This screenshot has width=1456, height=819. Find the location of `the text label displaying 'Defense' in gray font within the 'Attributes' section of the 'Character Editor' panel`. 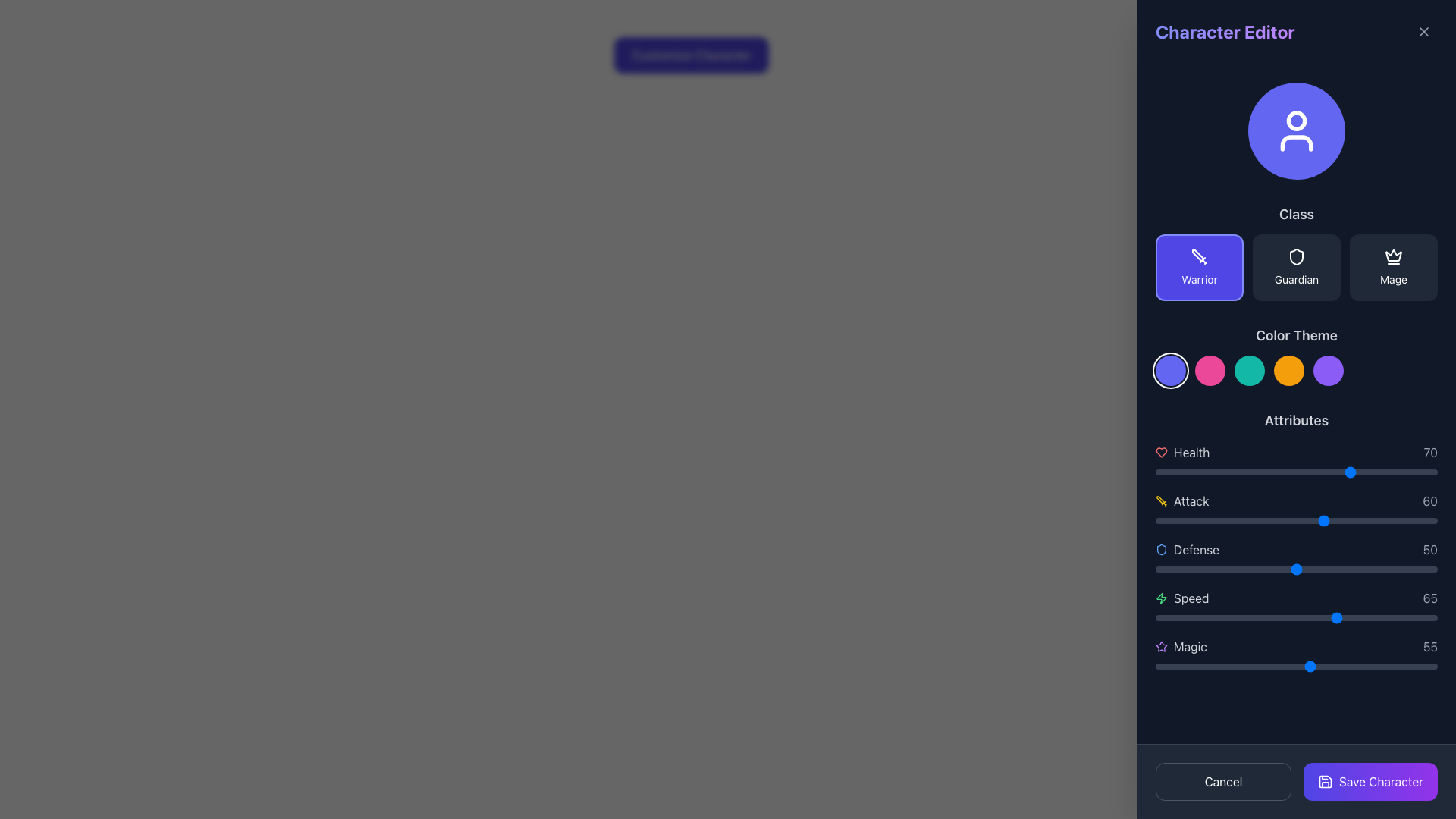

the text label displaying 'Defense' in gray font within the 'Attributes' section of the 'Character Editor' panel is located at coordinates (1196, 550).